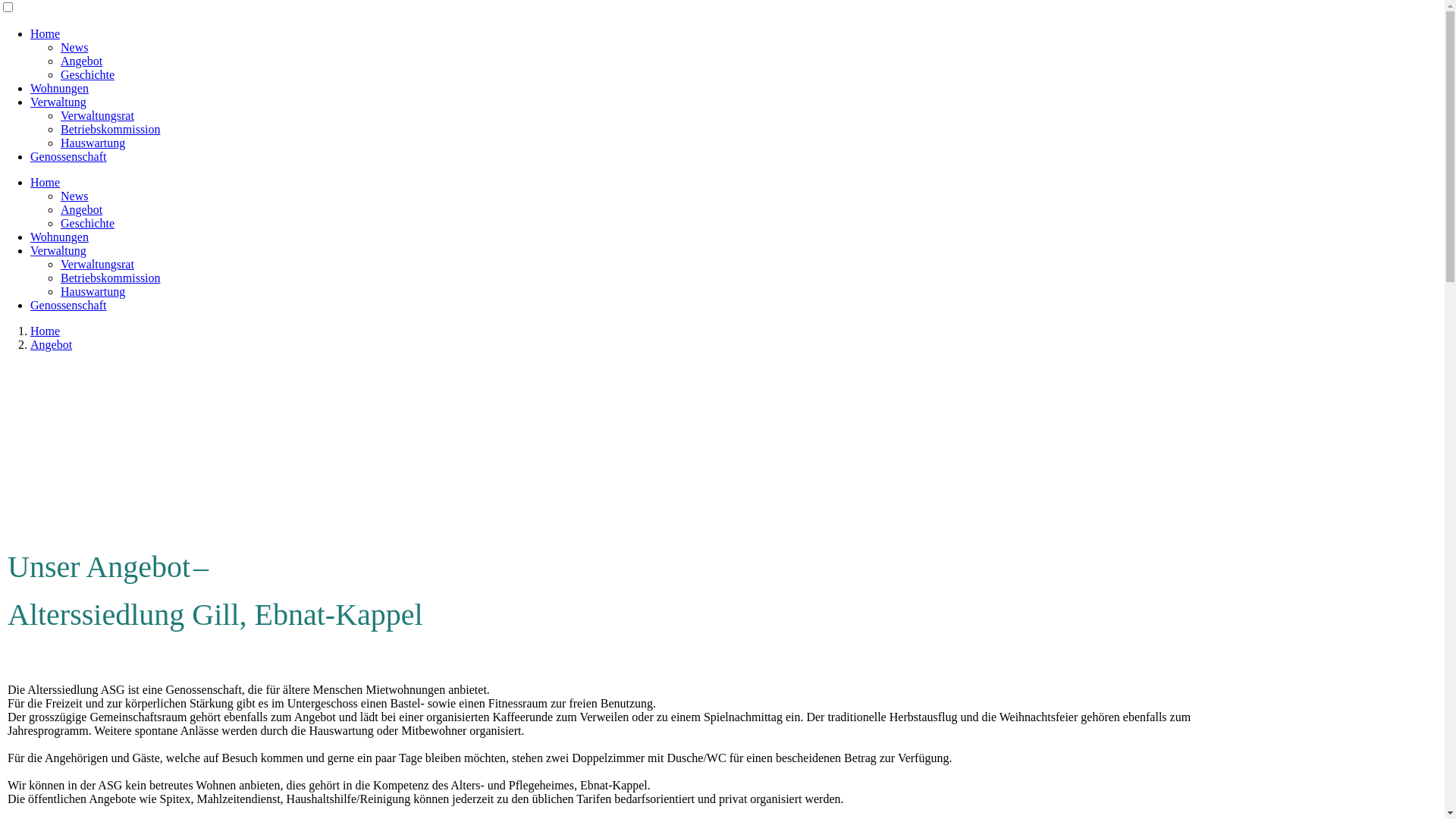  I want to click on 'Hauswartung', so click(92, 291).